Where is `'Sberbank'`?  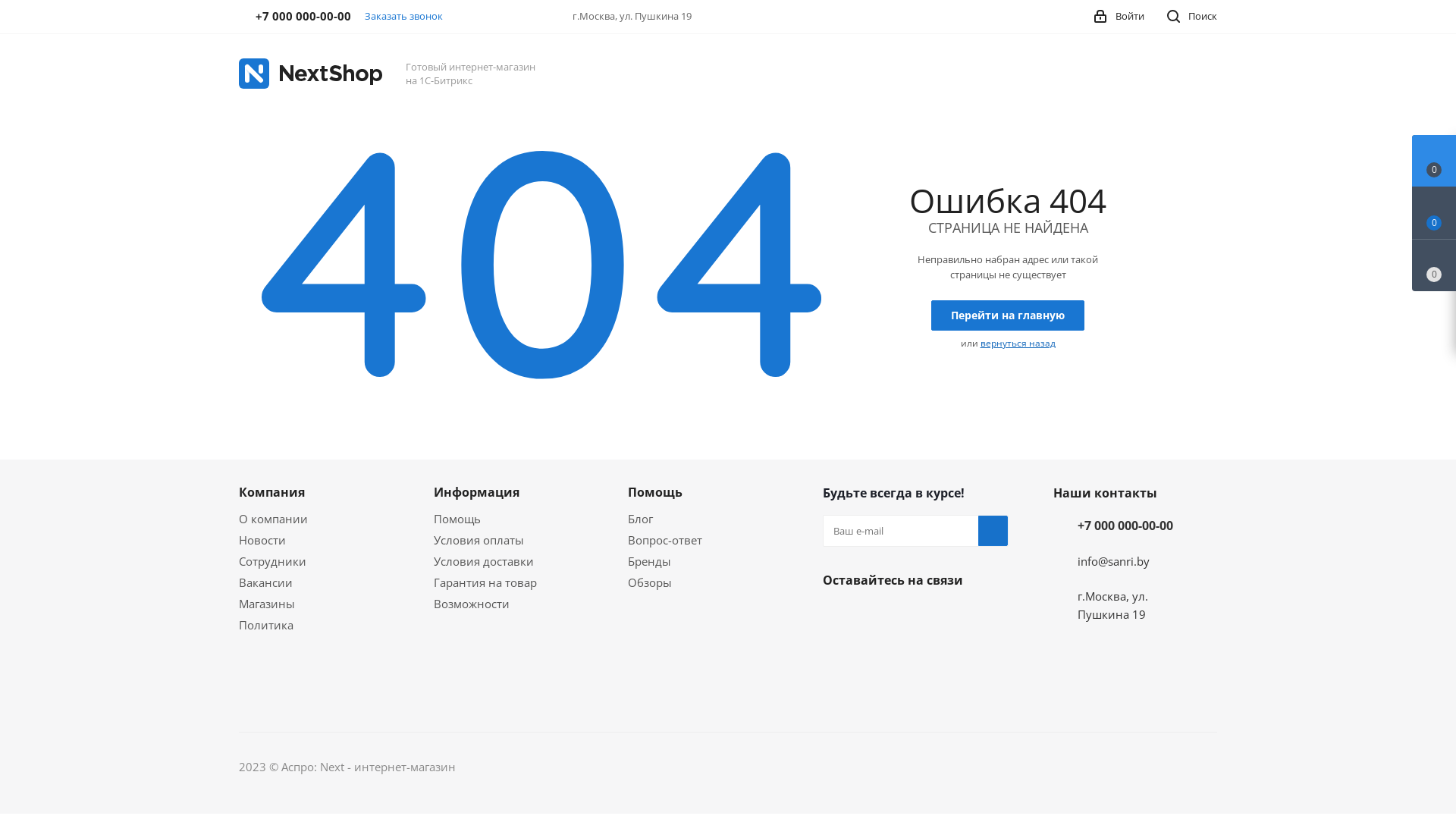 'Sberbank' is located at coordinates (1166, 767).